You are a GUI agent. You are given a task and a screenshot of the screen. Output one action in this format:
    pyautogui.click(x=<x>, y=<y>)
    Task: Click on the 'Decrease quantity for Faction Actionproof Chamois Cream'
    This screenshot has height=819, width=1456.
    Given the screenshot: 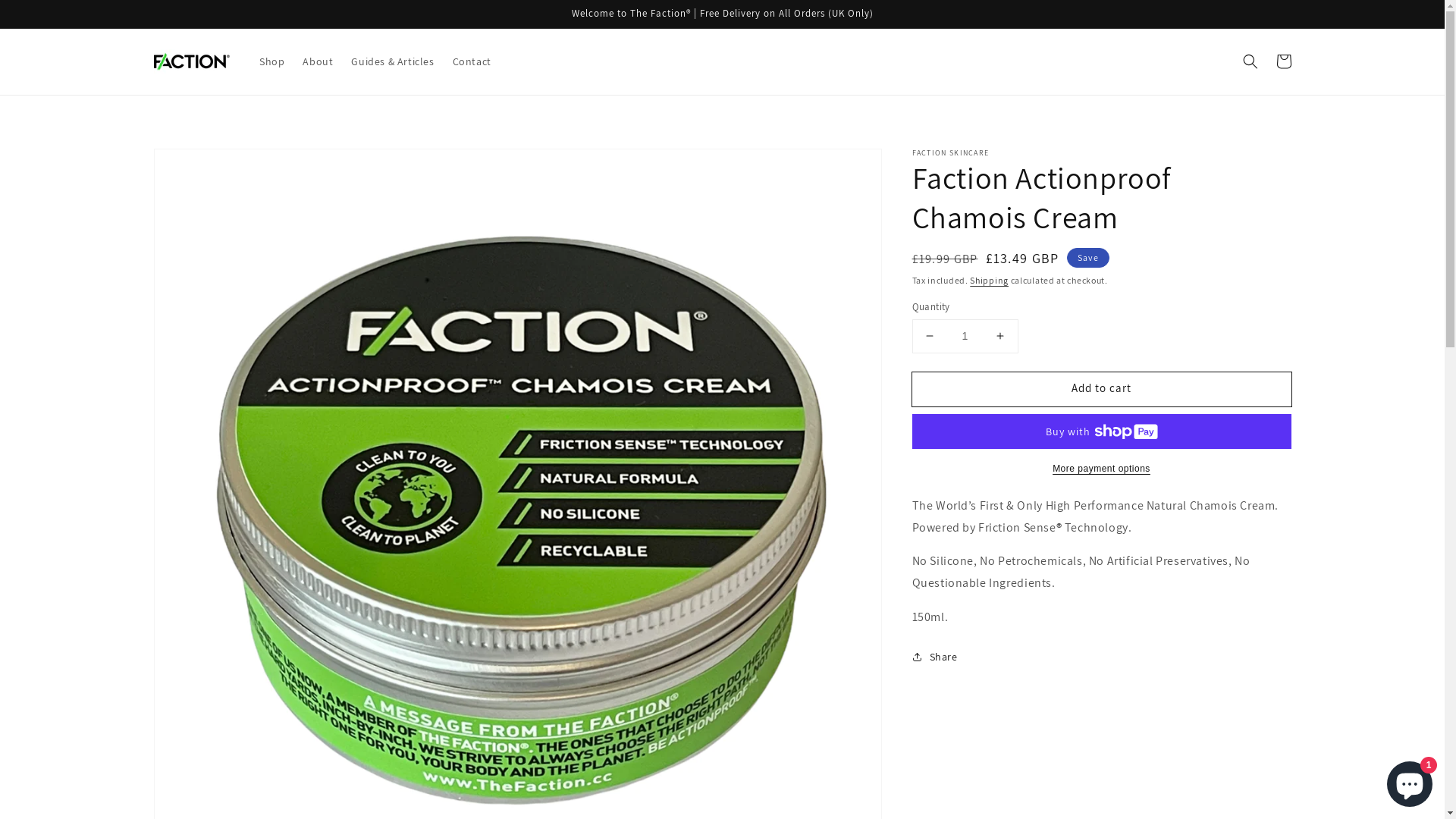 What is the action you would take?
    pyautogui.click(x=929, y=335)
    